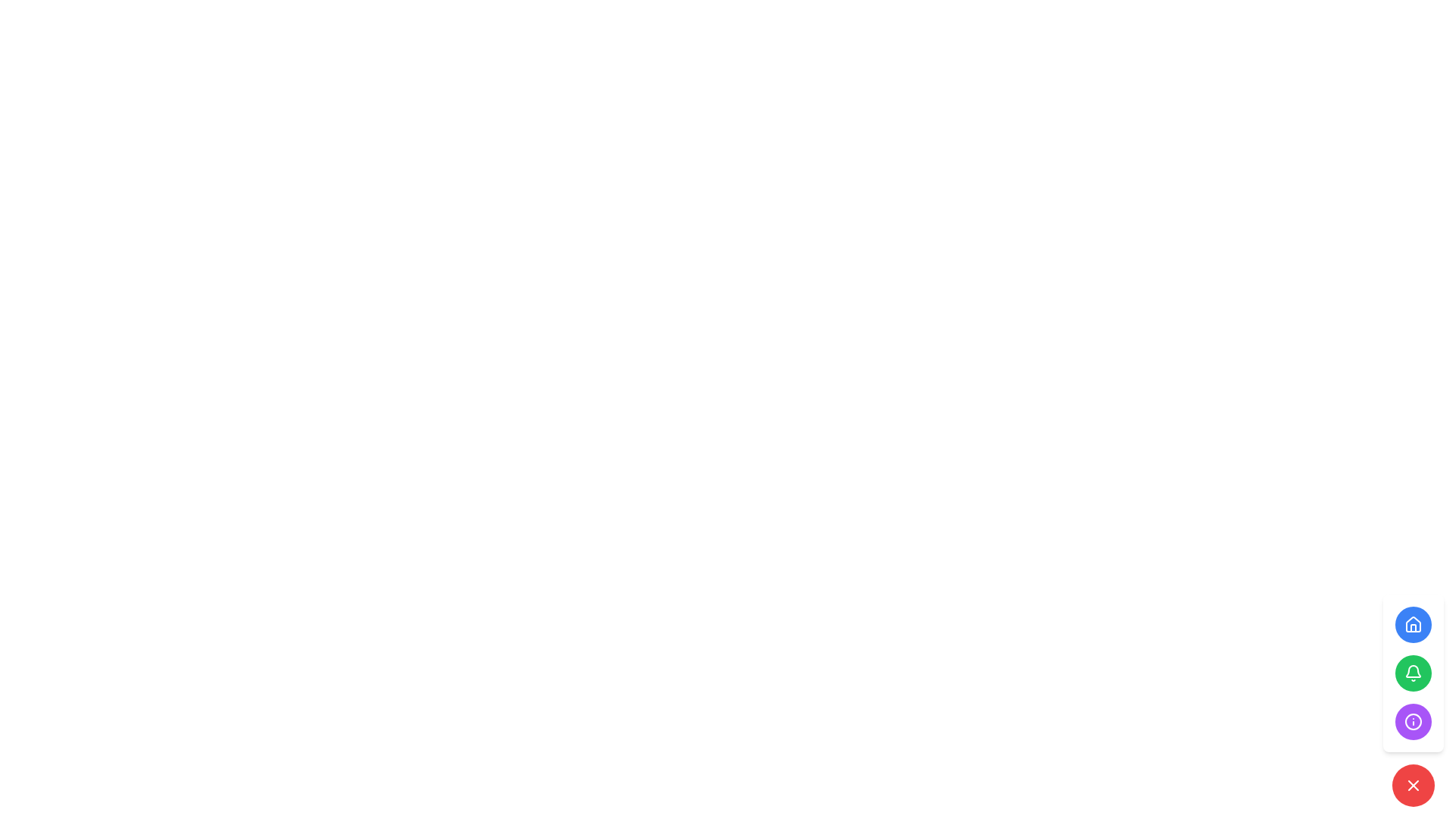  What do you see at coordinates (1412, 623) in the screenshot?
I see `the house icon, which is the first icon in a vertical row of blue action icons` at bounding box center [1412, 623].